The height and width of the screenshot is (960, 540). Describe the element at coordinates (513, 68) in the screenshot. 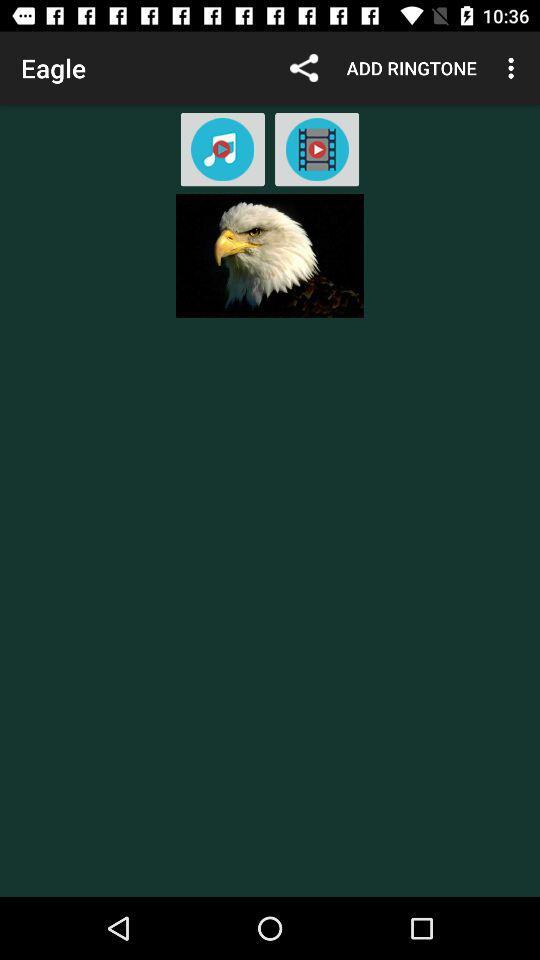

I see `the icon next to add ringtone` at that location.